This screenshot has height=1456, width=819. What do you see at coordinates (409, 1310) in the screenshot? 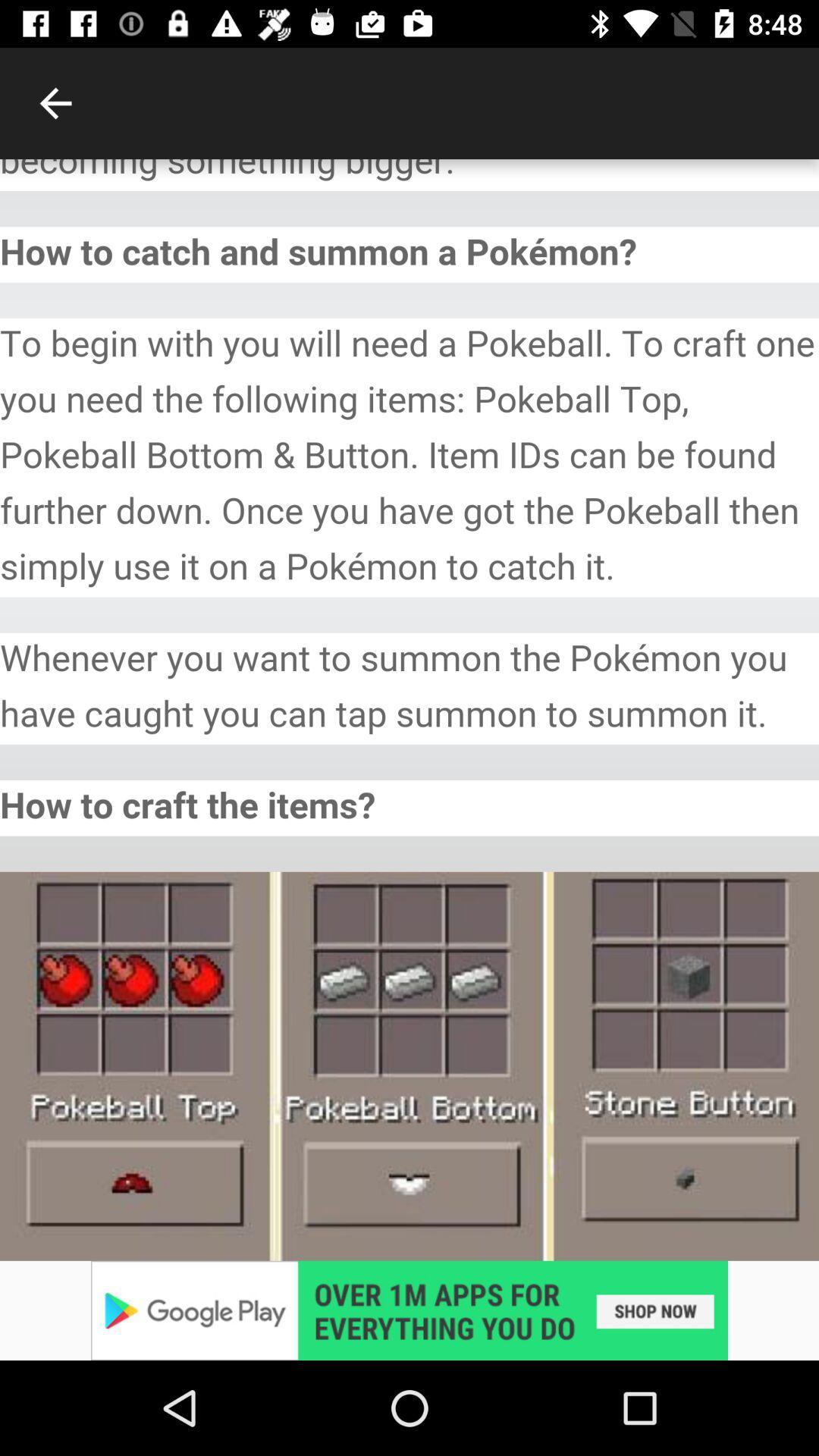
I see `just play` at bounding box center [409, 1310].